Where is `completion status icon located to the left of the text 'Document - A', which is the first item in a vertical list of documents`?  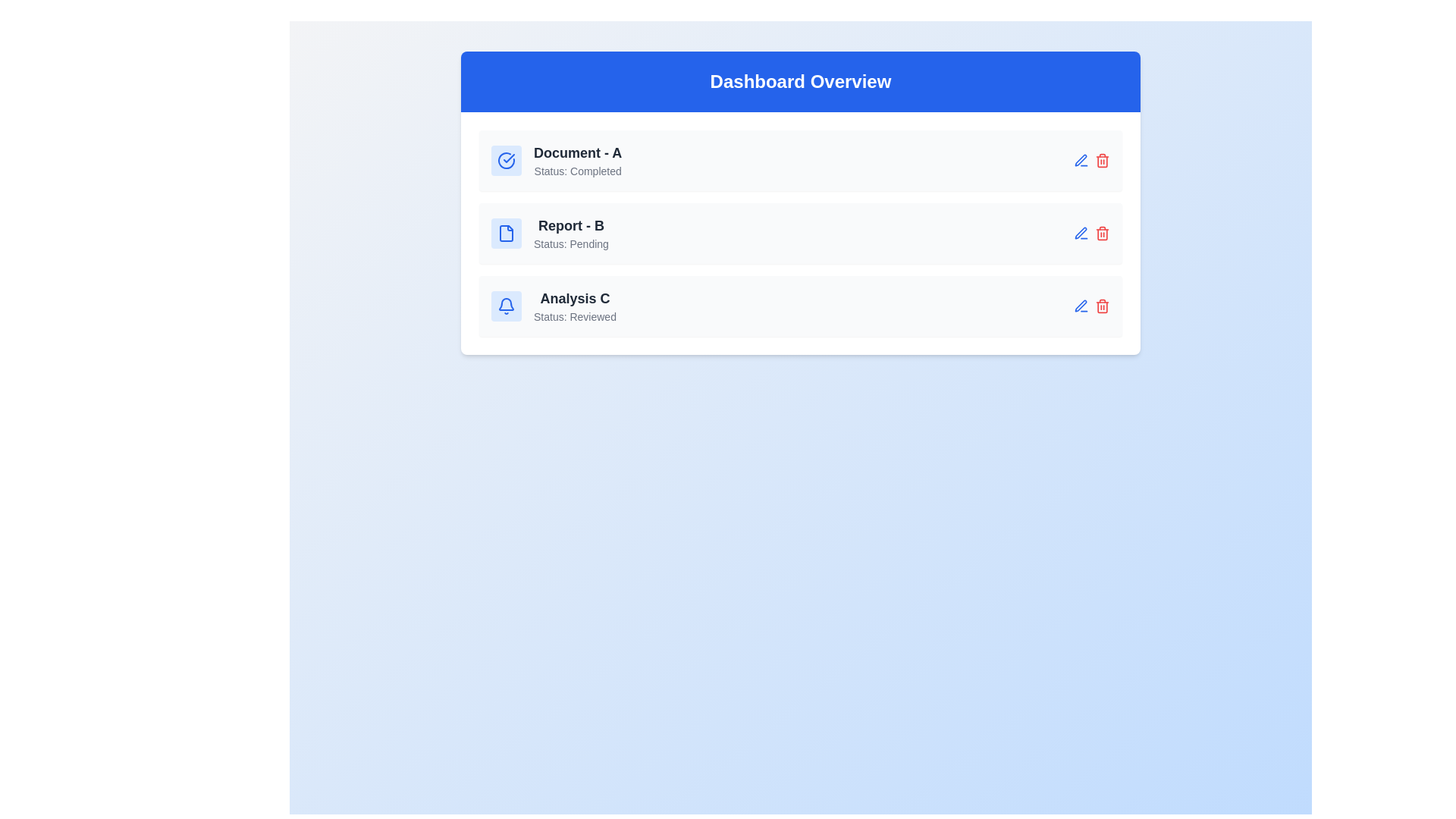
completion status icon located to the left of the text 'Document - A', which is the first item in a vertical list of documents is located at coordinates (506, 161).